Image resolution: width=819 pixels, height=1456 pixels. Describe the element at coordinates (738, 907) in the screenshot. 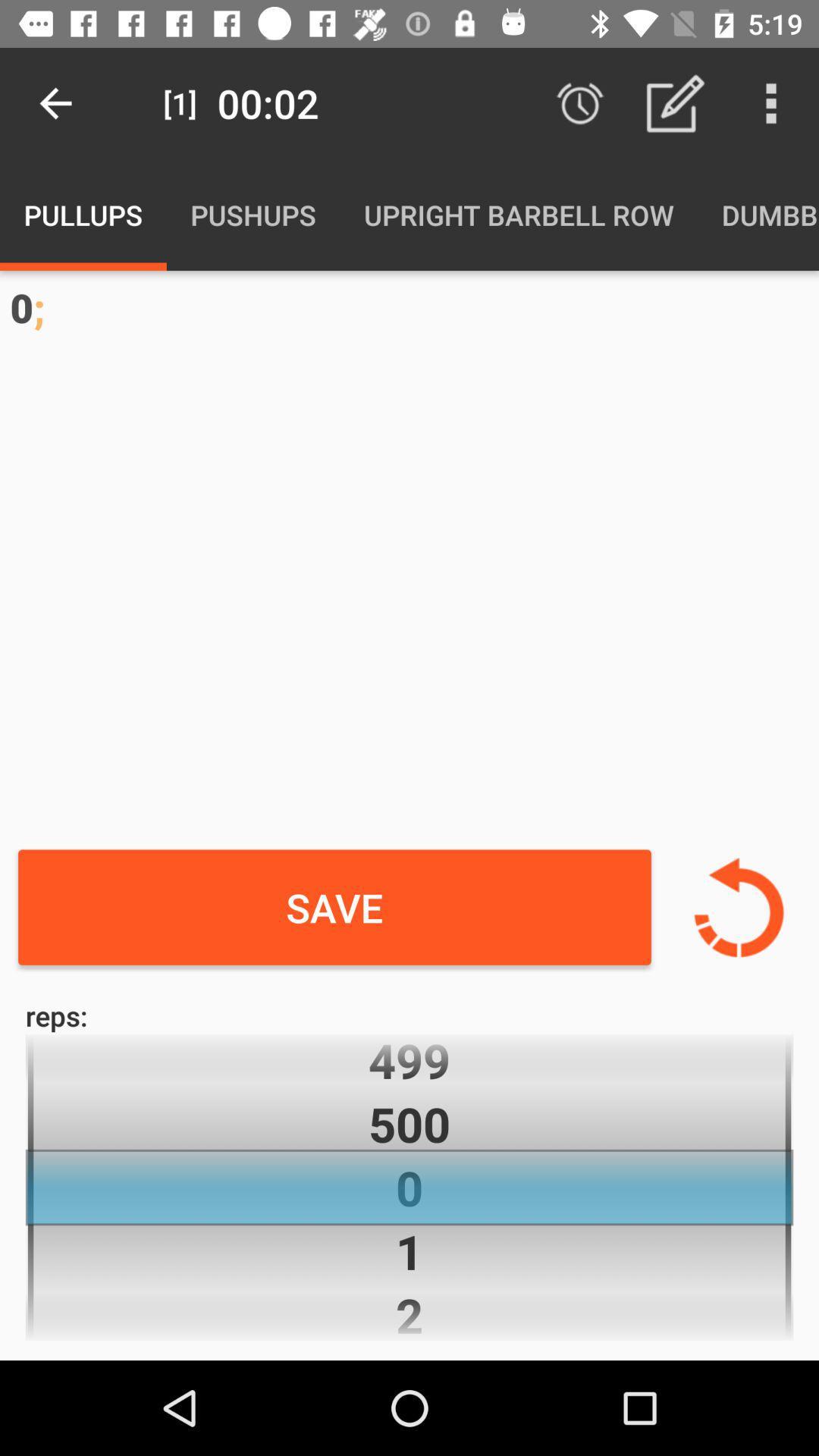

I see `the undo icon` at that location.